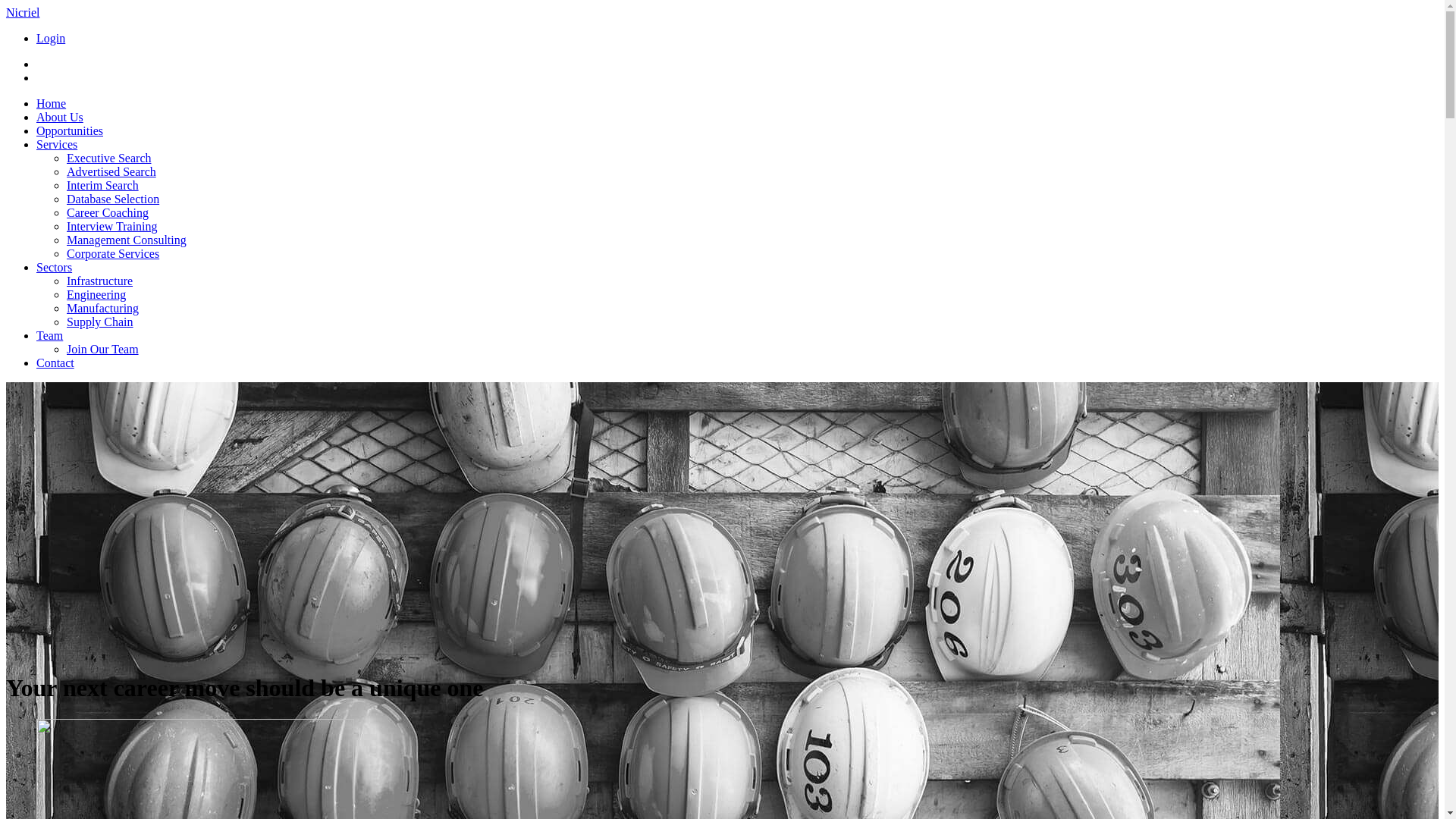  I want to click on 'Infrastructure', so click(99, 281).